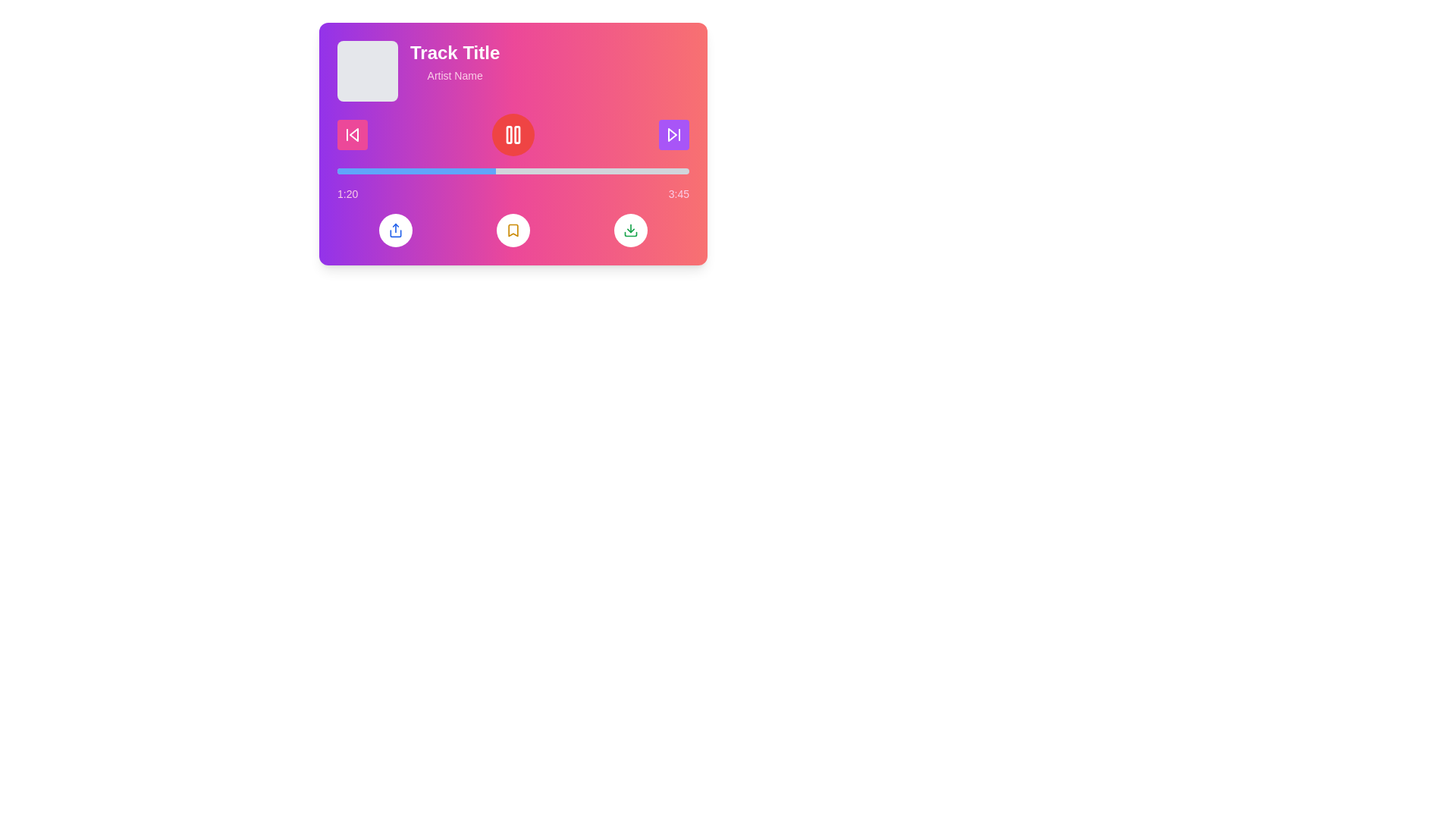  Describe the element at coordinates (352, 133) in the screenshot. I see `the 'Skip Backward' button located on the left side of the button layout` at that location.